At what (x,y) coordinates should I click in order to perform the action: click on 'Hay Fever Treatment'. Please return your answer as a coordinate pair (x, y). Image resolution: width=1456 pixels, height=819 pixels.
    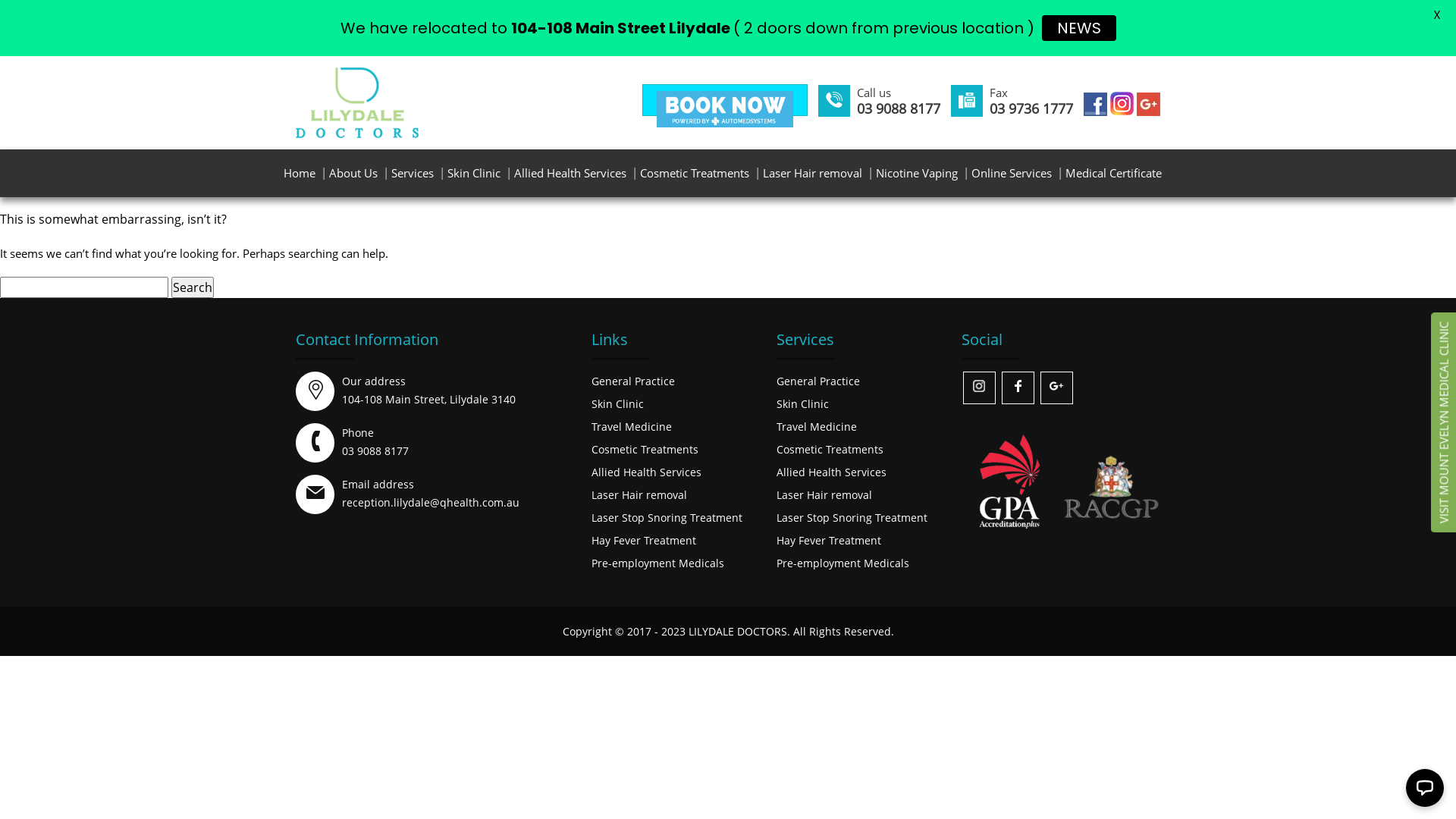
    Looking at the image, I should click on (644, 539).